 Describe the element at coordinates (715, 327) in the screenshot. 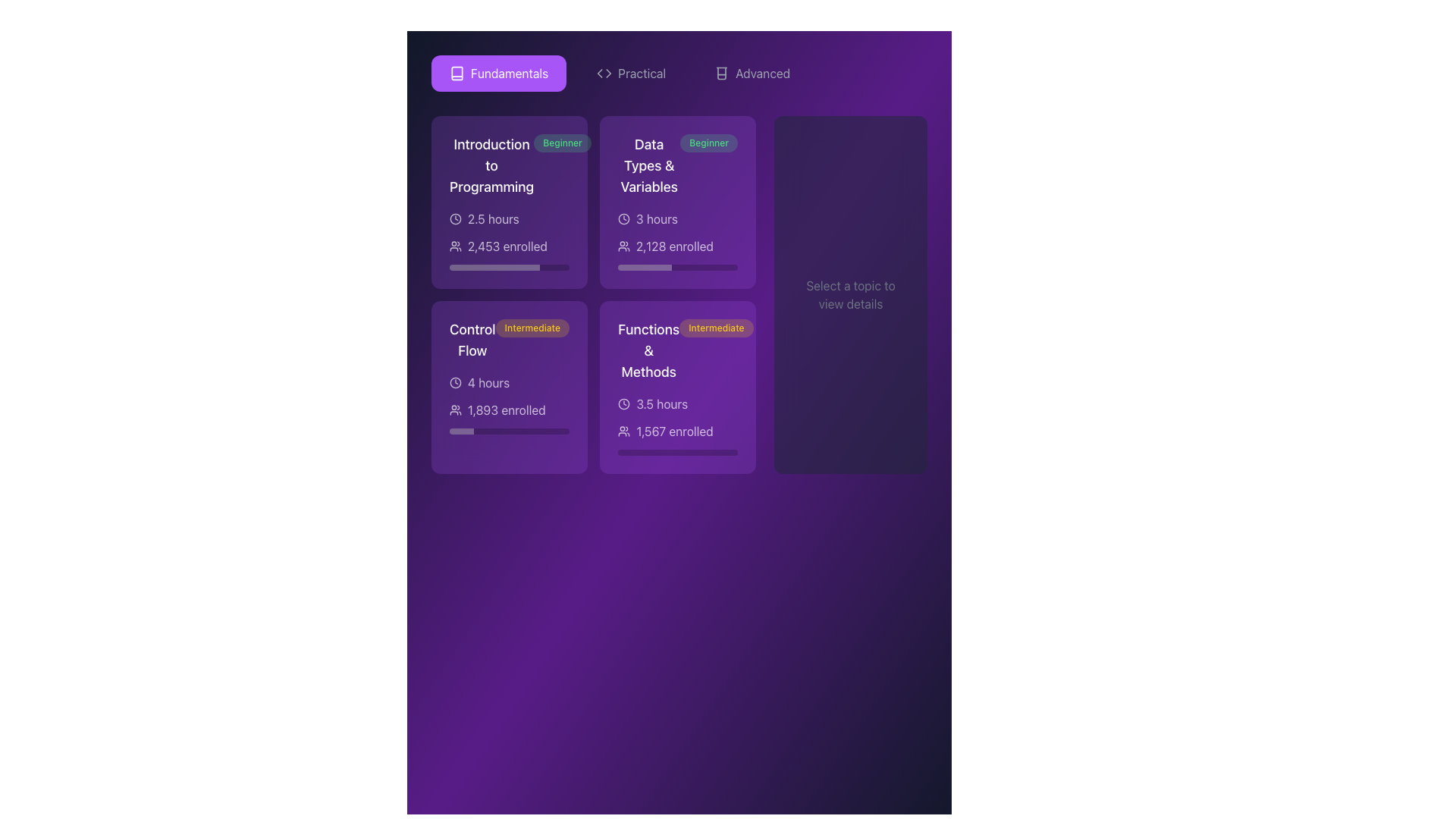

I see `the pill-shaped label with a rounded yellow background that reads 'Intermediate', positioned to the right of 'Functions & Methods' on a purple gradient background` at that location.